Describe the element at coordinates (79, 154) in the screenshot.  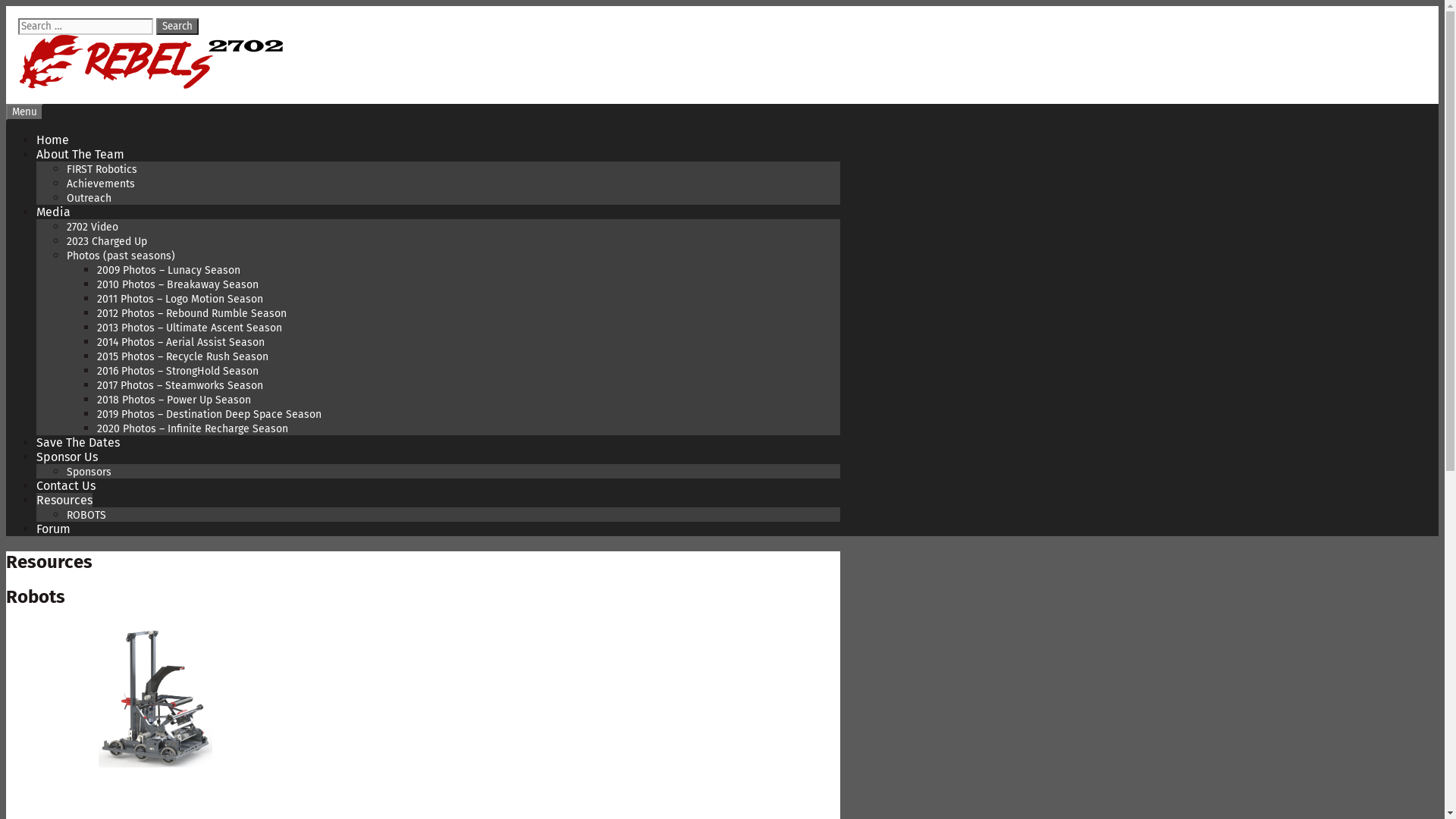
I see `'About The Team'` at that location.